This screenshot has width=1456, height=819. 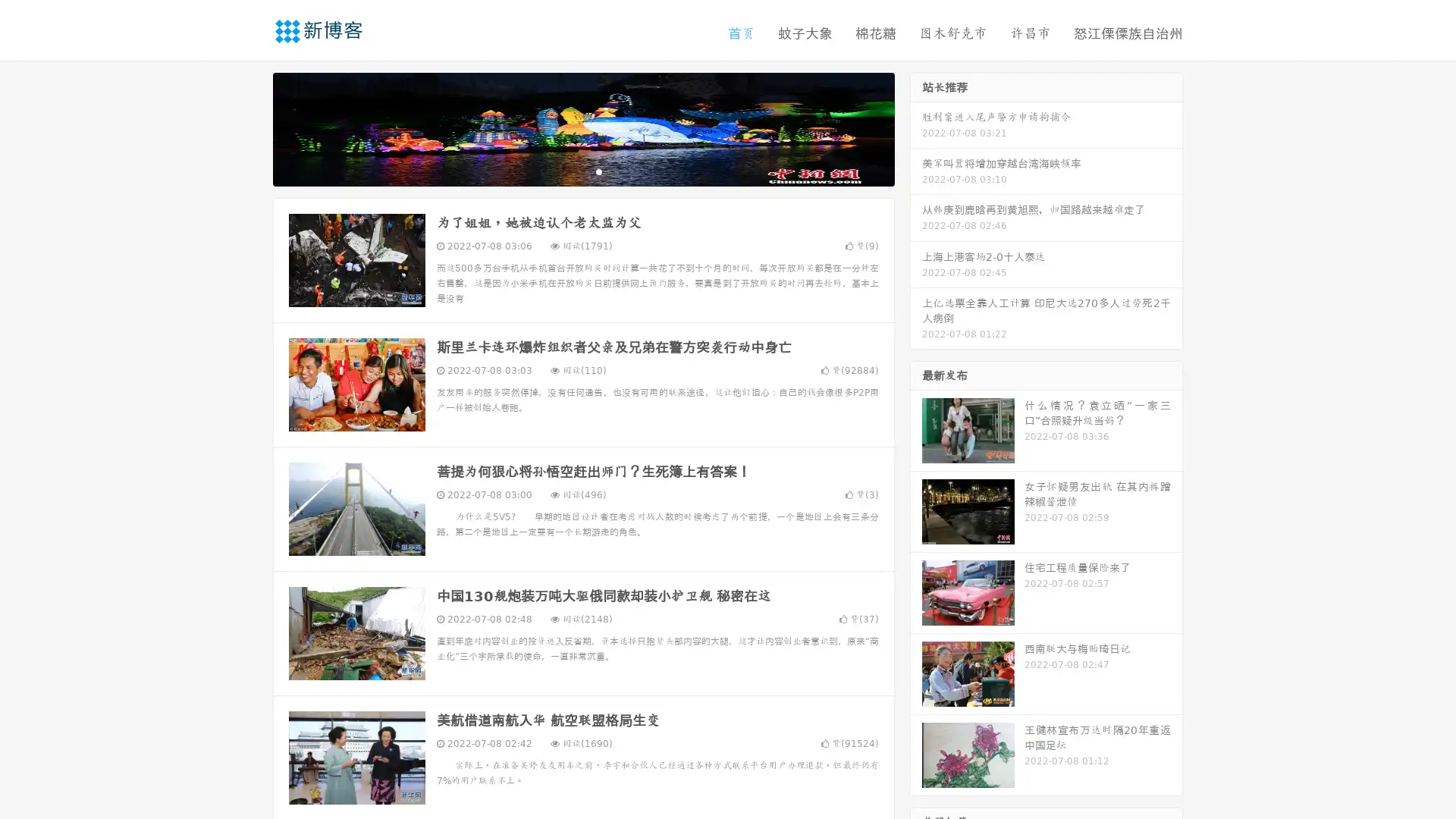 What do you see at coordinates (916, 127) in the screenshot?
I see `Next slide` at bounding box center [916, 127].